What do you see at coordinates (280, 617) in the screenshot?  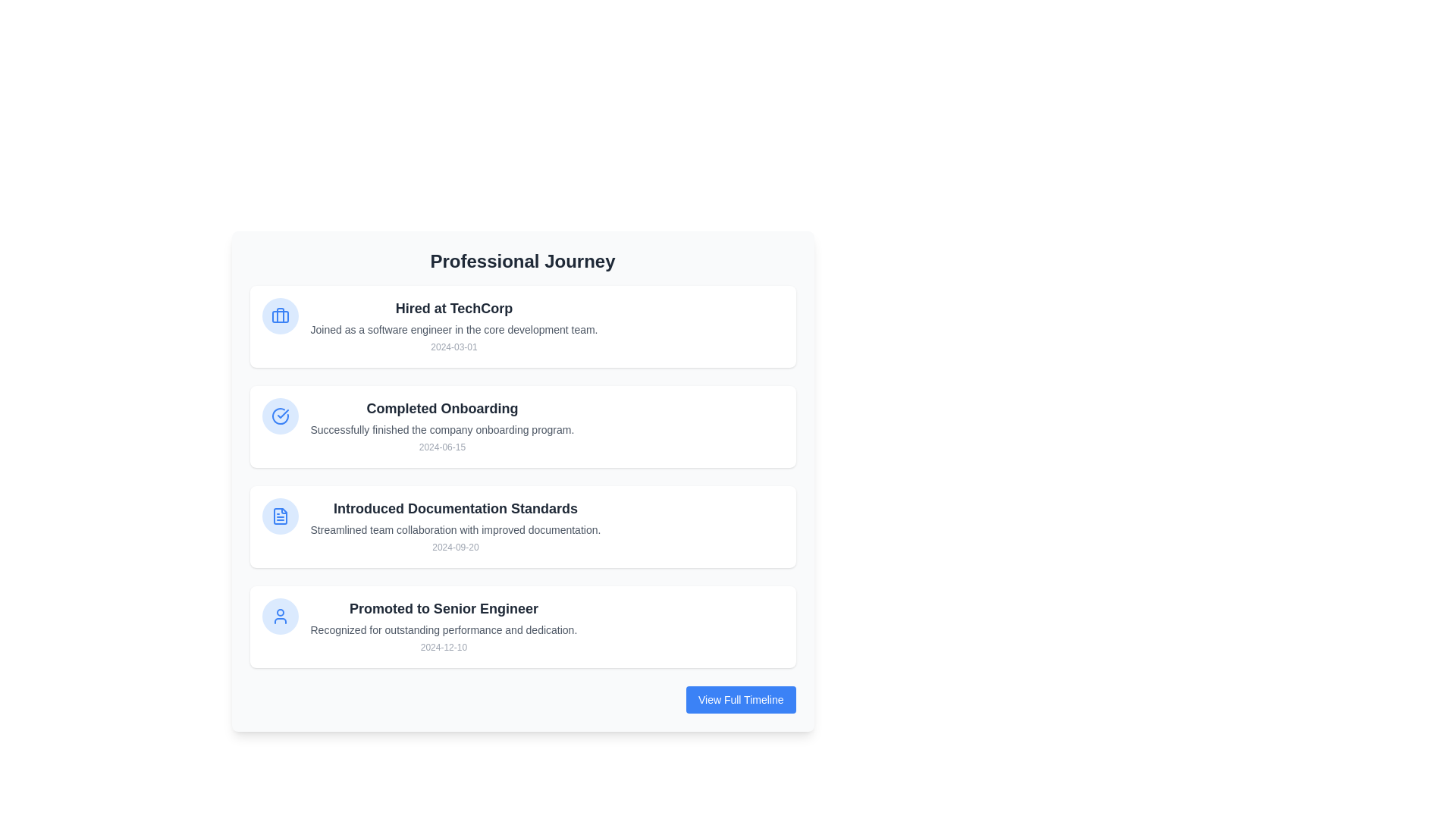 I see `the circular icon with a light blue background and a user silhouette in darker blue located at the top-left corner of the promotion card for Senior Engineer` at bounding box center [280, 617].